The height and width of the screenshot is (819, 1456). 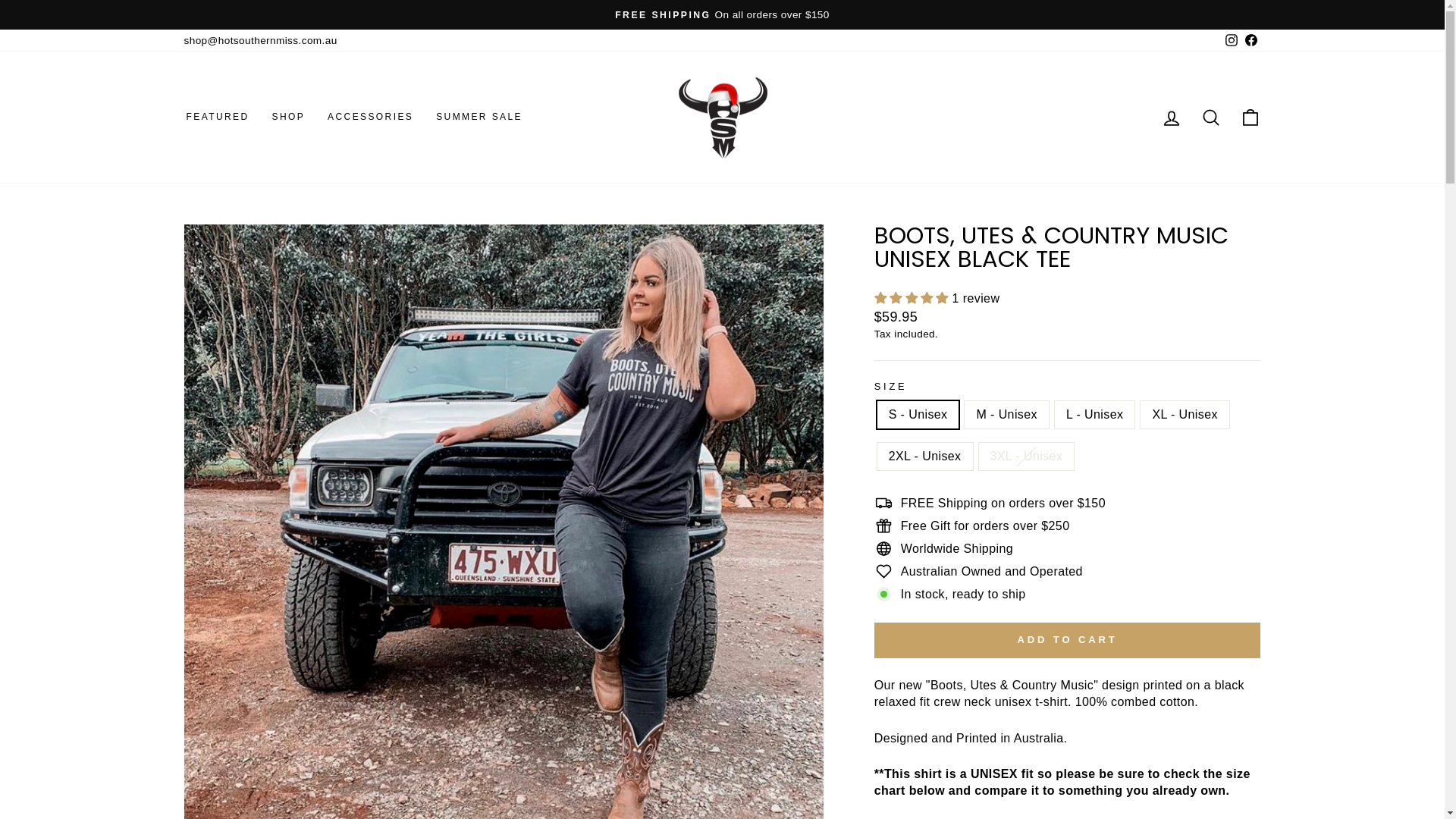 What do you see at coordinates (259, 39) in the screenshot?
I see `'shop@hotsouthernmiss.com.au'` at bounding box center [259, 39].